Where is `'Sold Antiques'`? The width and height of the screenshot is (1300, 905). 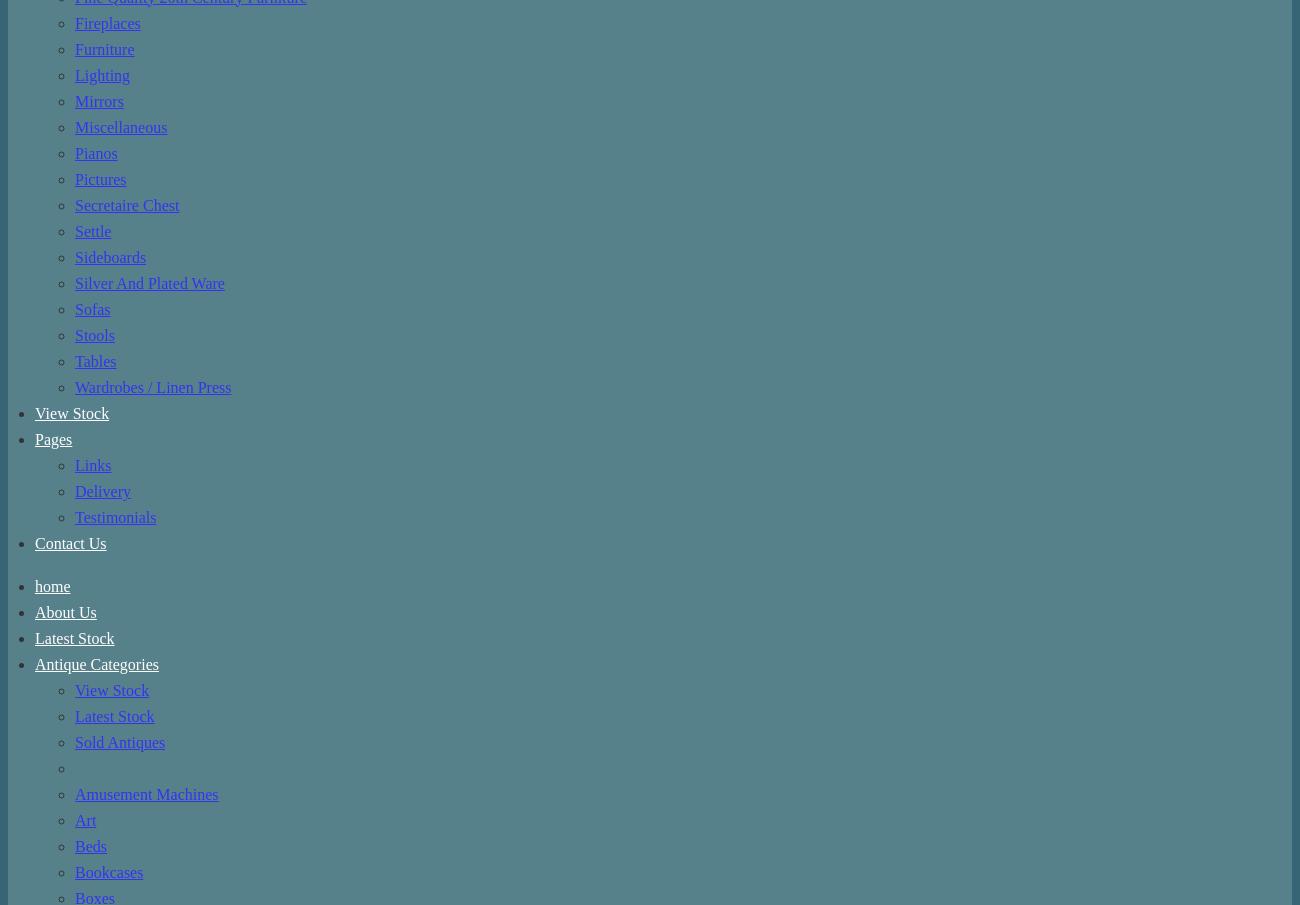 'Sold Antiques' is located at coordinates (118, 740).